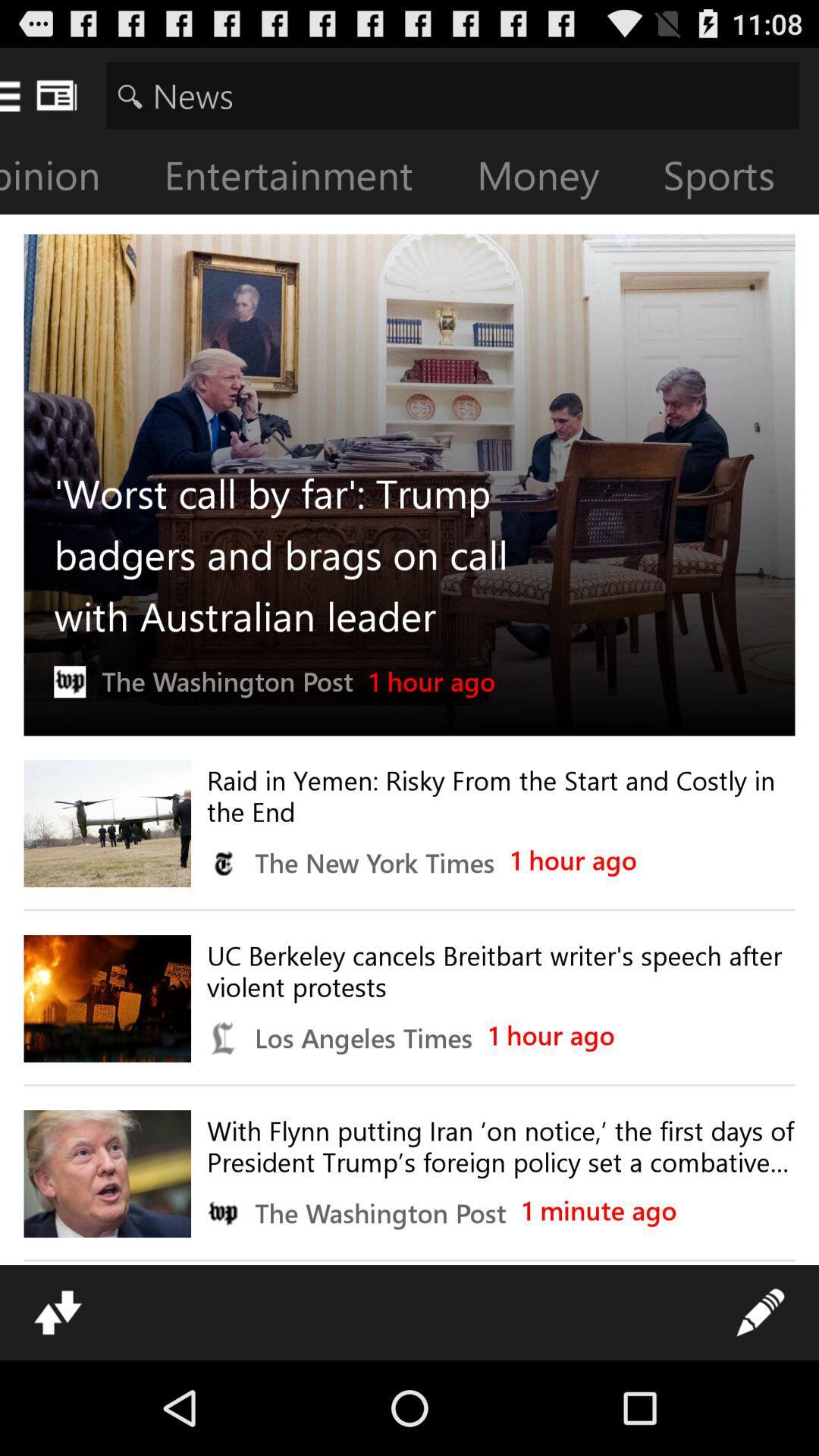 This screenshot has height=1456, width=819. Describe the element at coordinates (452, 94) in the screenshot. I see `search` at that location.